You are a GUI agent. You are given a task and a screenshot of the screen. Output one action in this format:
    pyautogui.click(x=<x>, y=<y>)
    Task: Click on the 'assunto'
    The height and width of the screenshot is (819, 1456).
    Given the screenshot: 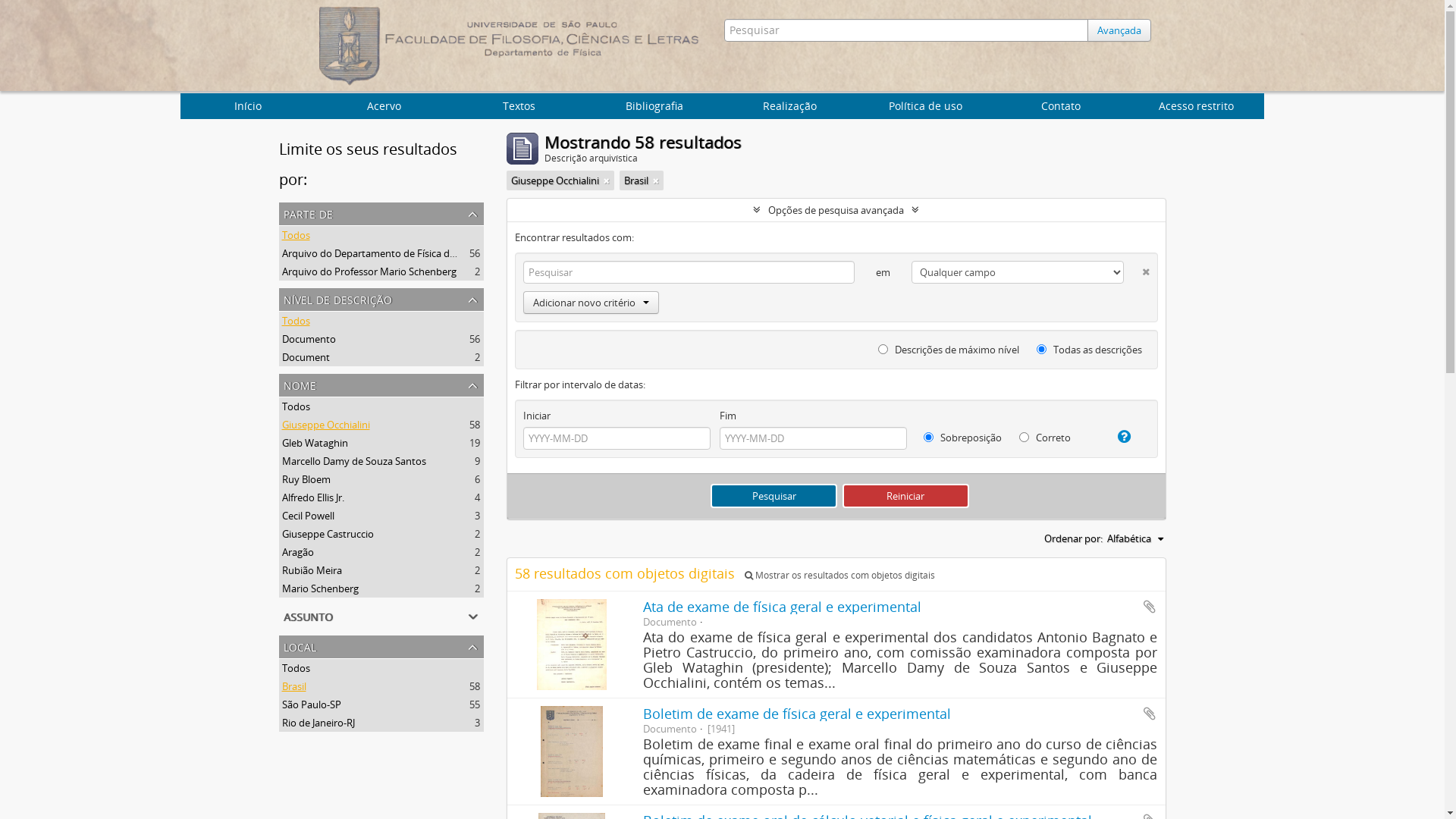 What is the action you would take?
    pyautogui.click(x=381, y=617)
    